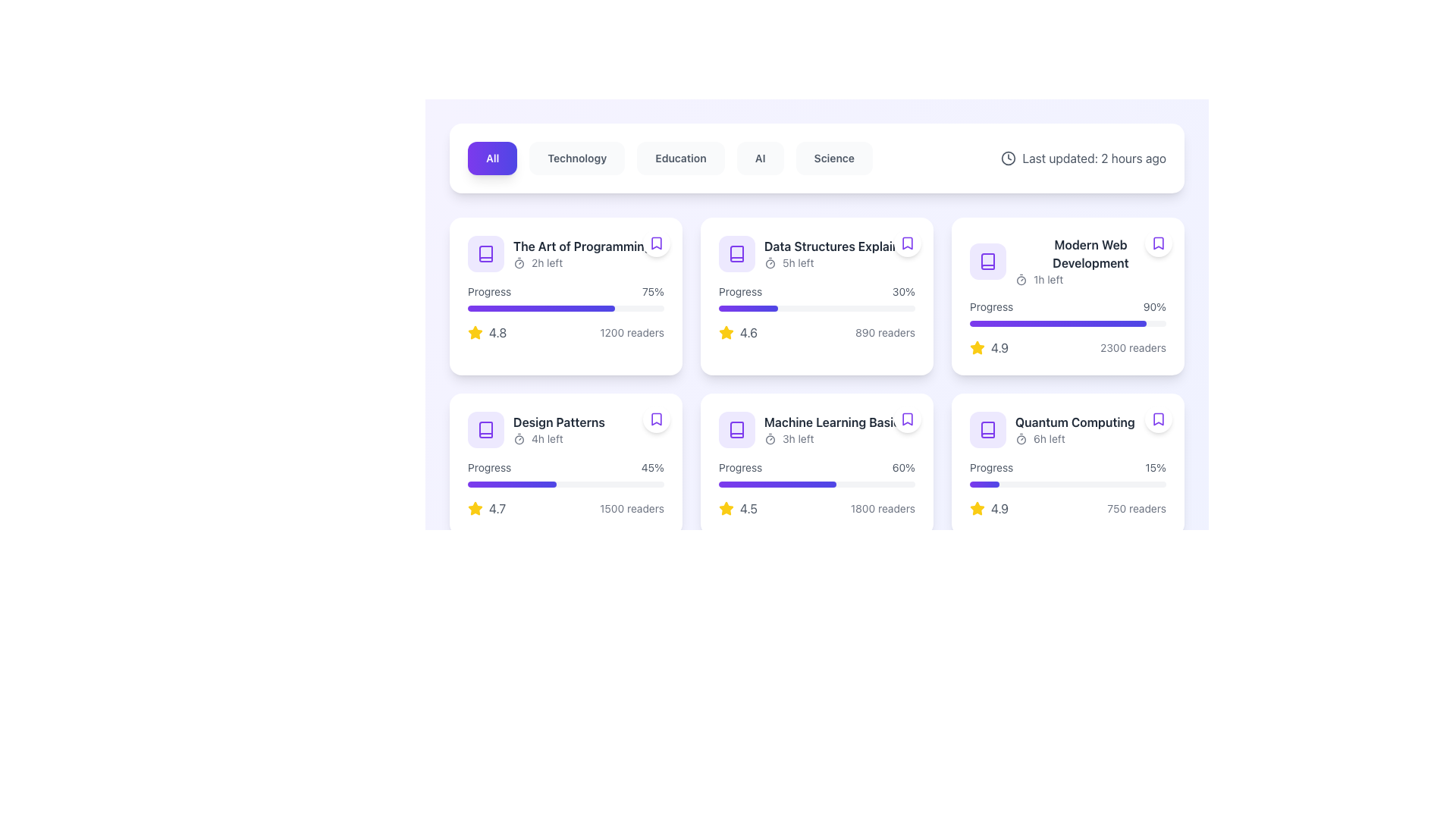 This screenshot has width=1456, height=819. Describe the element at coordinates (989, 348) in the screenshot. I see `the rating display component located in the first row, third column of the grid of cards for the 'Modern Web Development' item, positioned below the progress bar and above the '2300 readers' text` at that location.